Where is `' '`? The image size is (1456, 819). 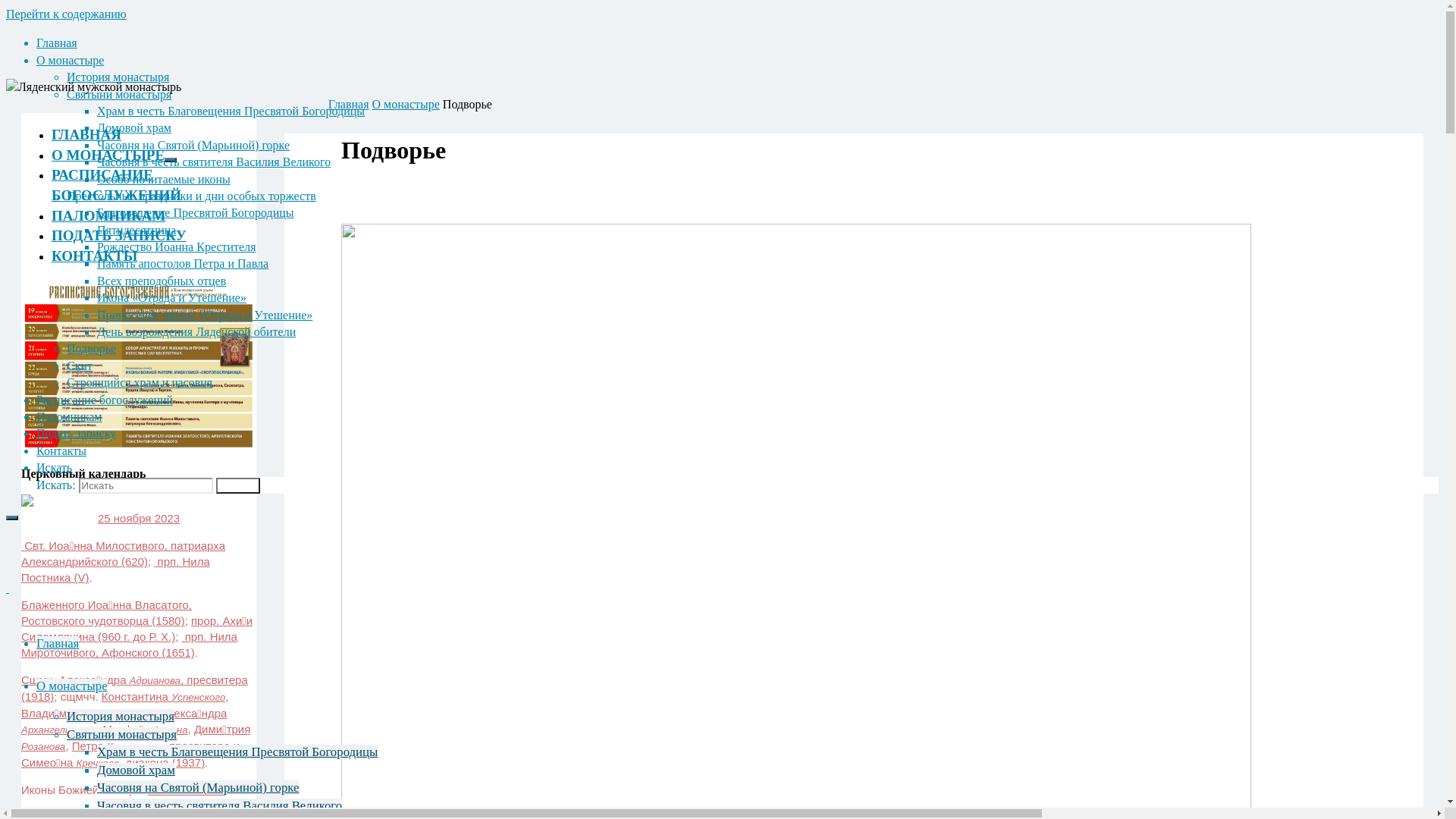
' ' is located at coordinates (7, 587).